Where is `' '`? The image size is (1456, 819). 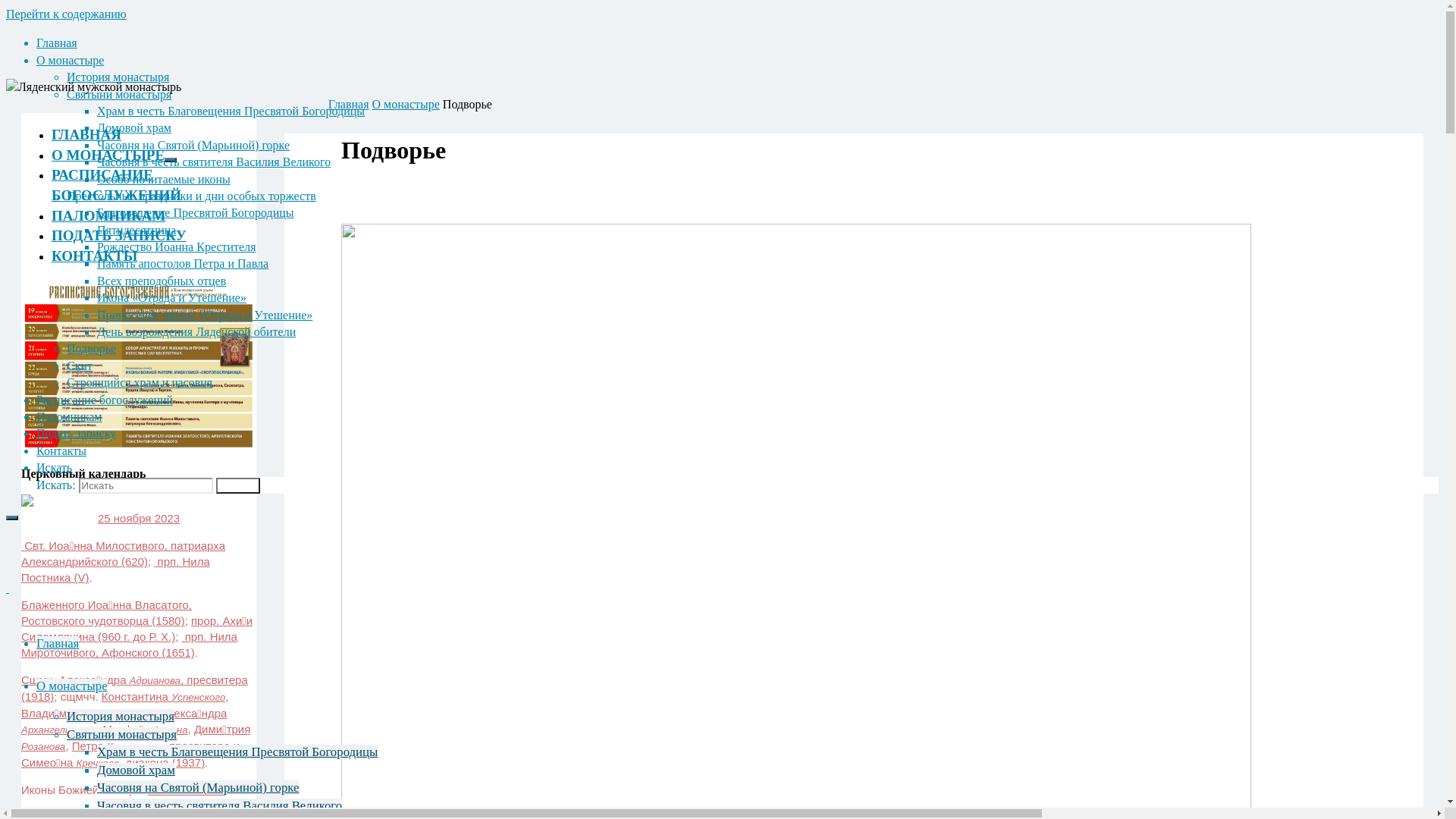
' ' is located at coordinates (7, 587).